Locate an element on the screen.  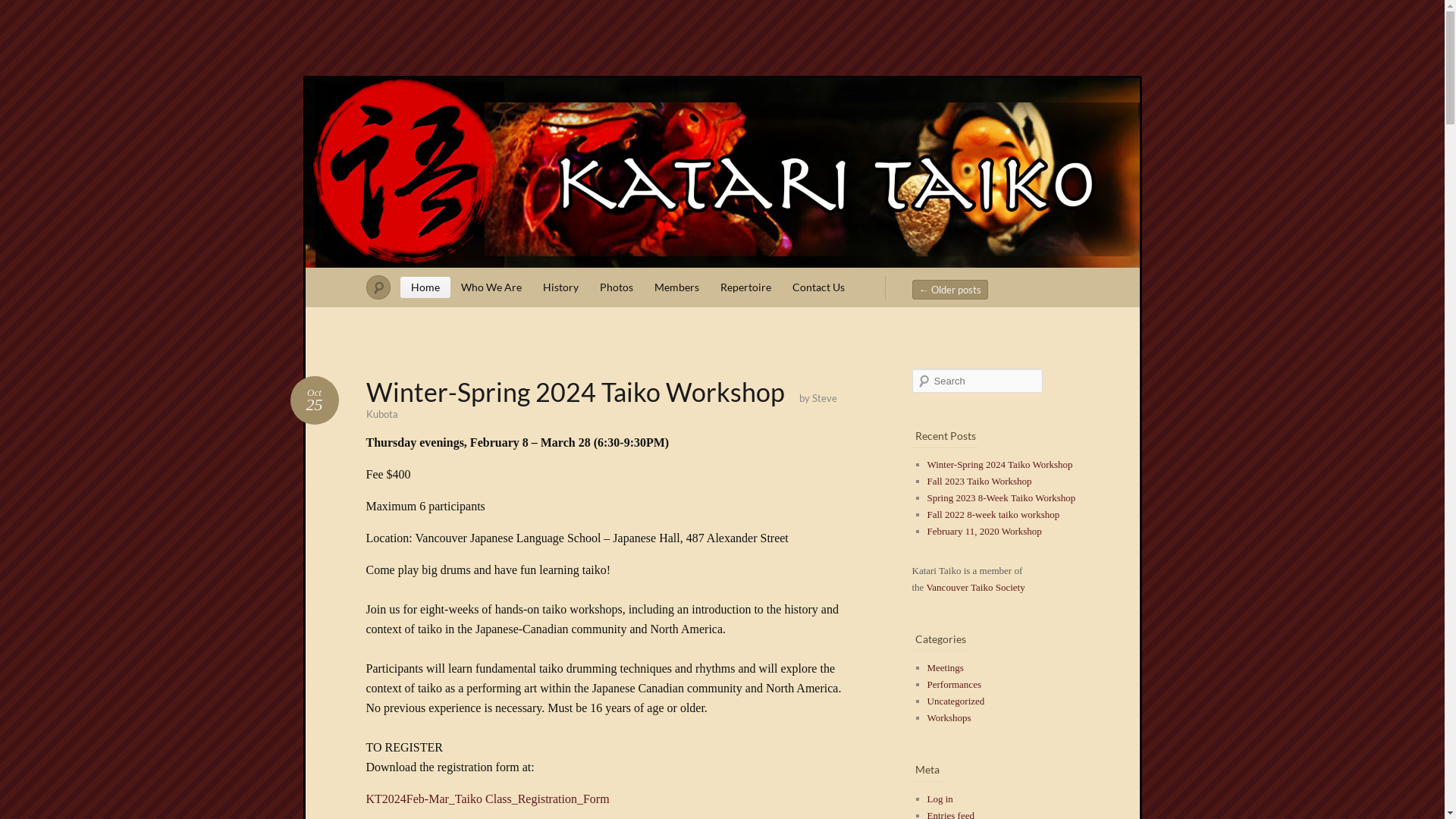
'Oct is located at coordinates (312, 400).